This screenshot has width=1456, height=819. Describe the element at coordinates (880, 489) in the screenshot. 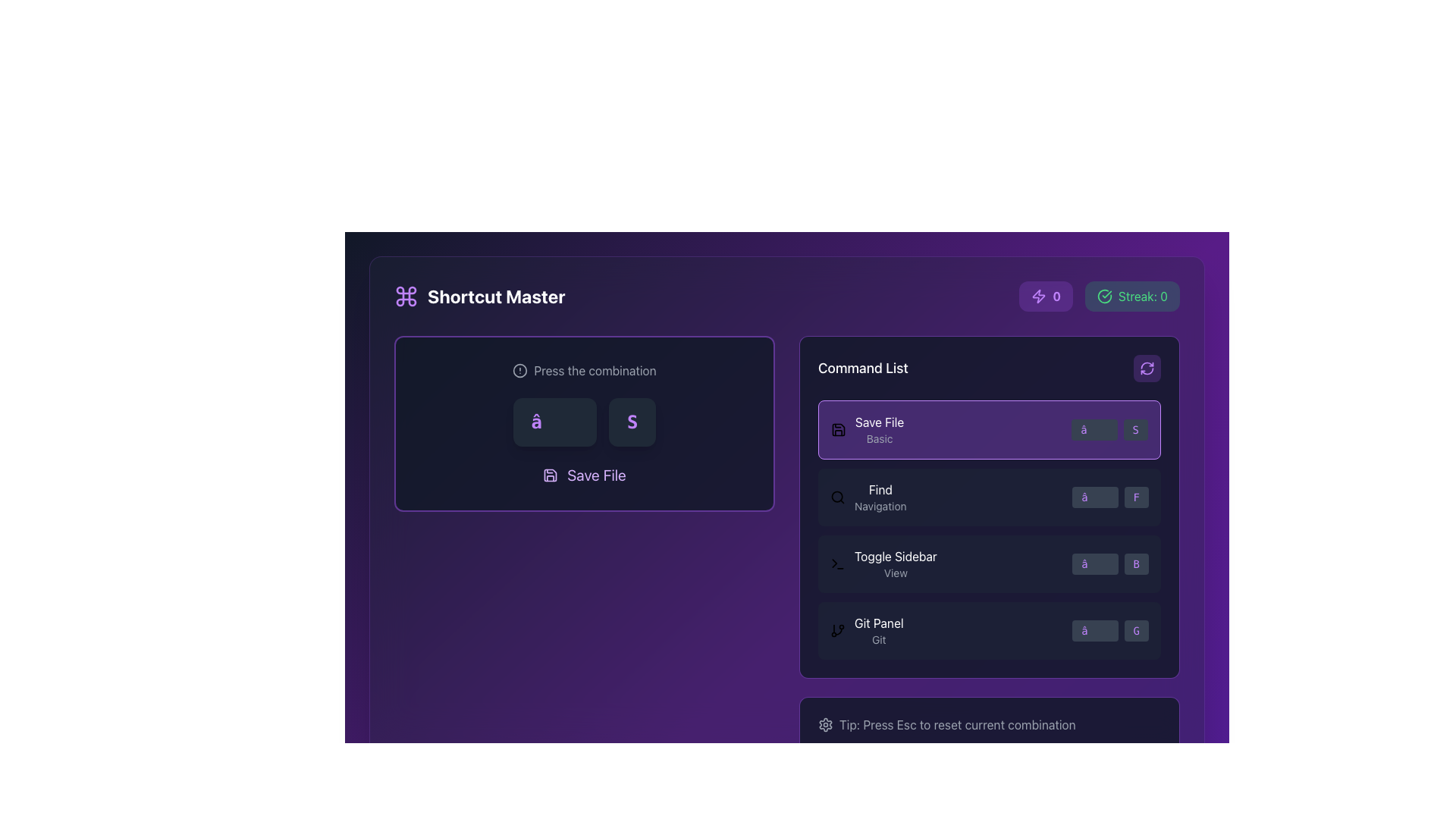

I see `the label indicating the search functionality in the right-side panel of the 'Command List' interface, which is associated with a magnifying glass icon and has a subtitle reading 'Navigation'` at that location.